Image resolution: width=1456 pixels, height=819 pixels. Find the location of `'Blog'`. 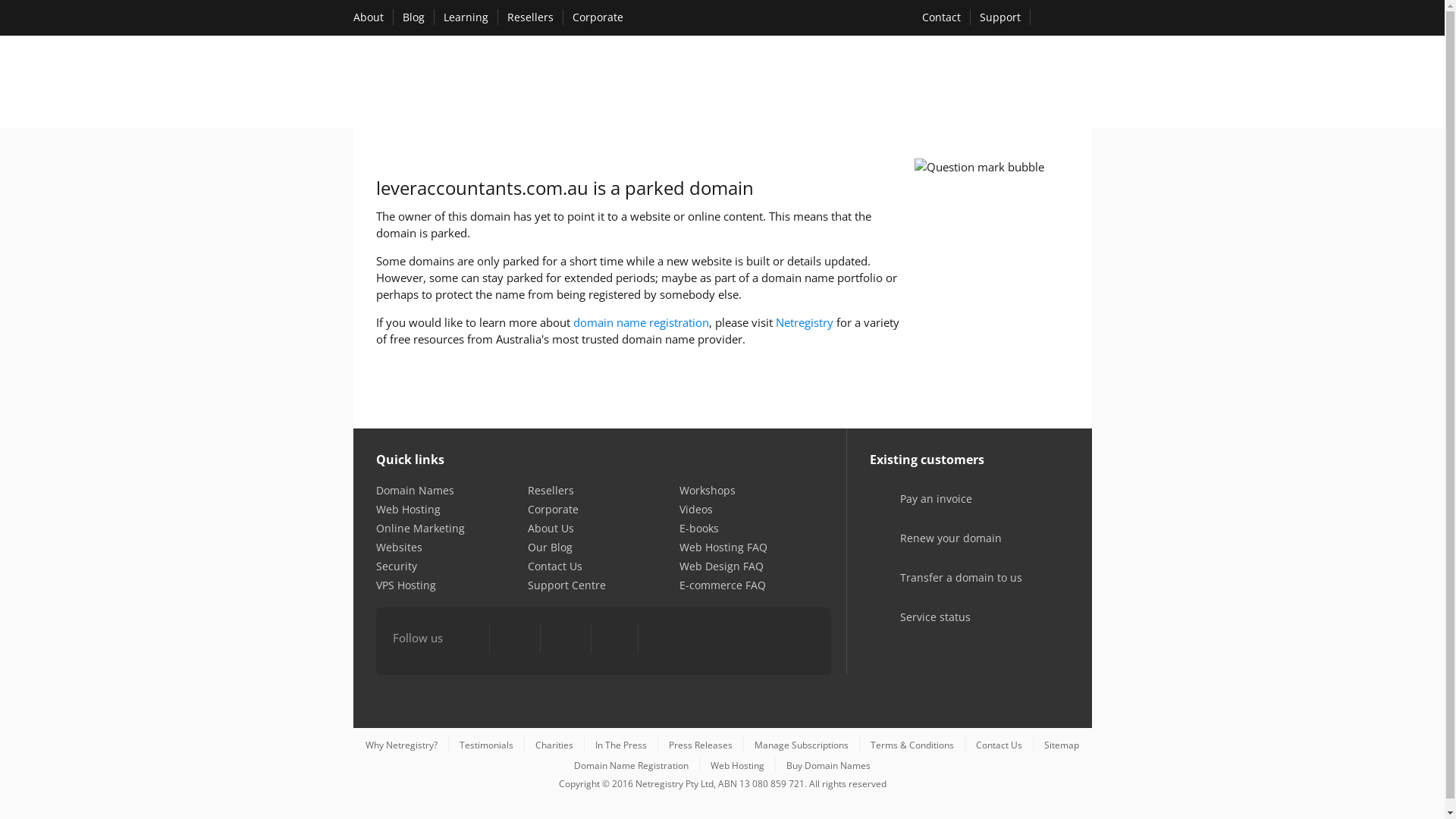

'Blog' is located at coordinates (413, 17).